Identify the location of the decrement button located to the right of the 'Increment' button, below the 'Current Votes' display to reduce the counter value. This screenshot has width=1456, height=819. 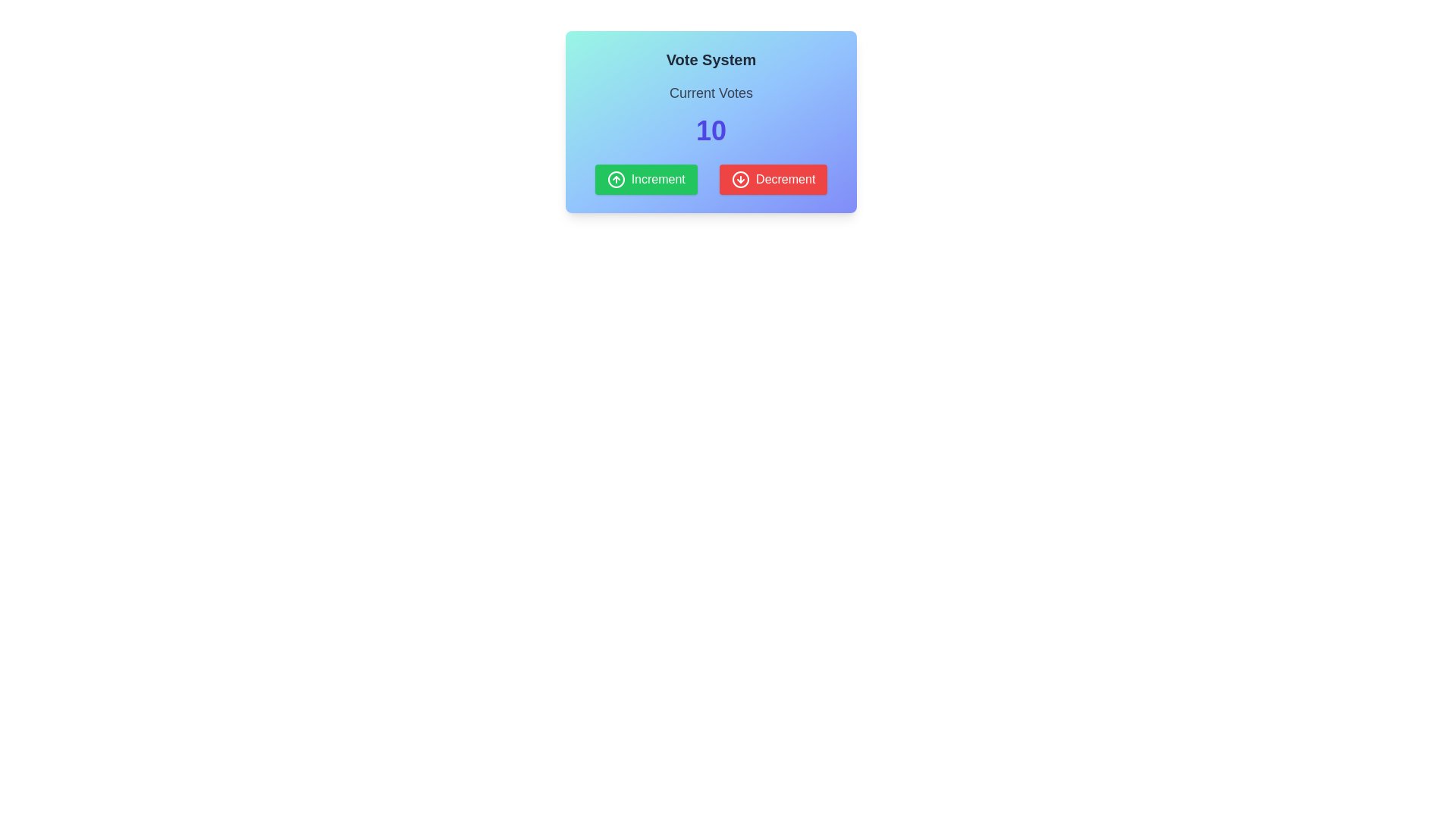
(773, 178).